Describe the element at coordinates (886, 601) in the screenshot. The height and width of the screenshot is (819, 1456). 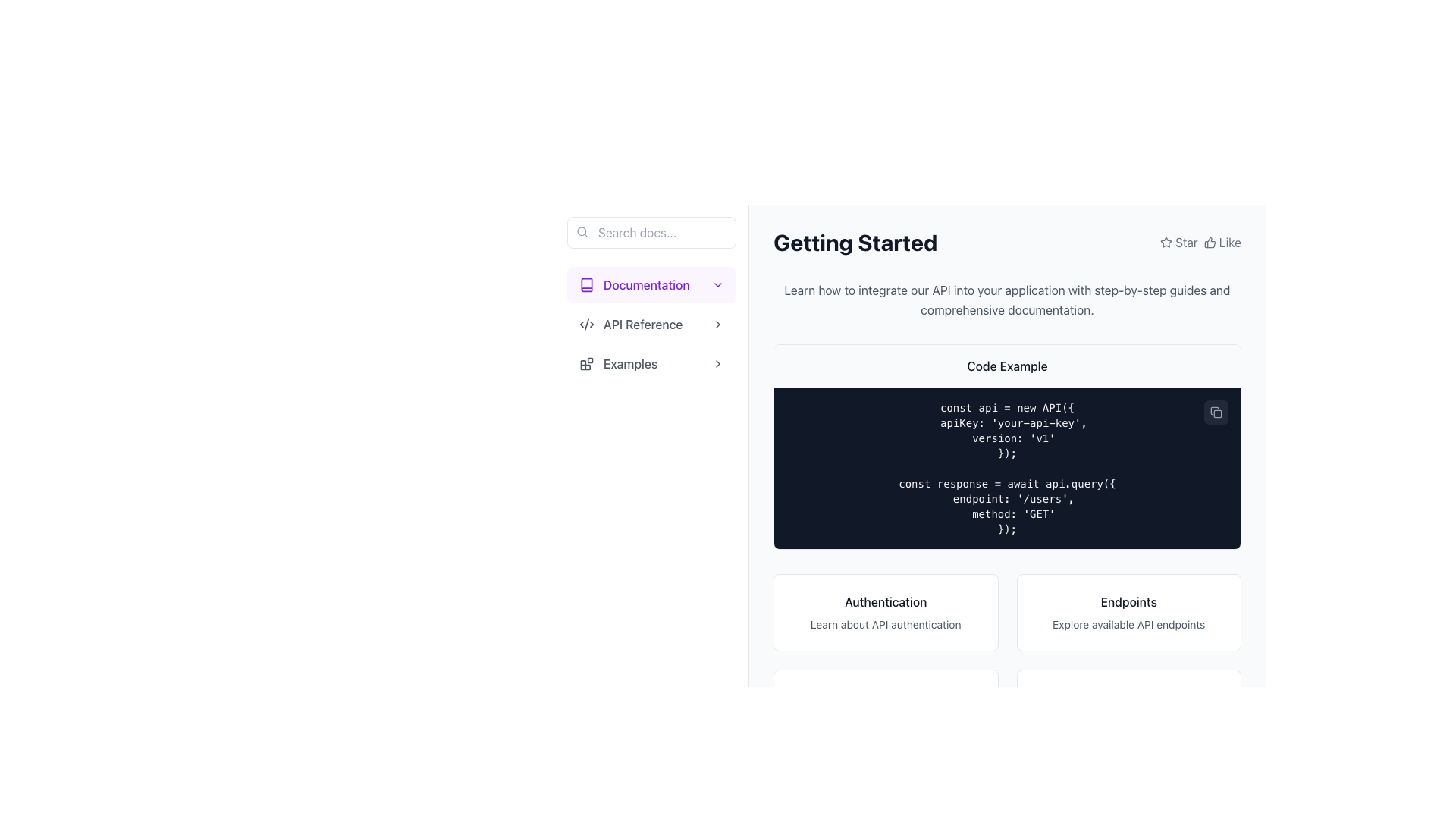
I see `the text label at the top center of the card that summarizes its purpose, located in the bottom row of a two-column layout` at that location.